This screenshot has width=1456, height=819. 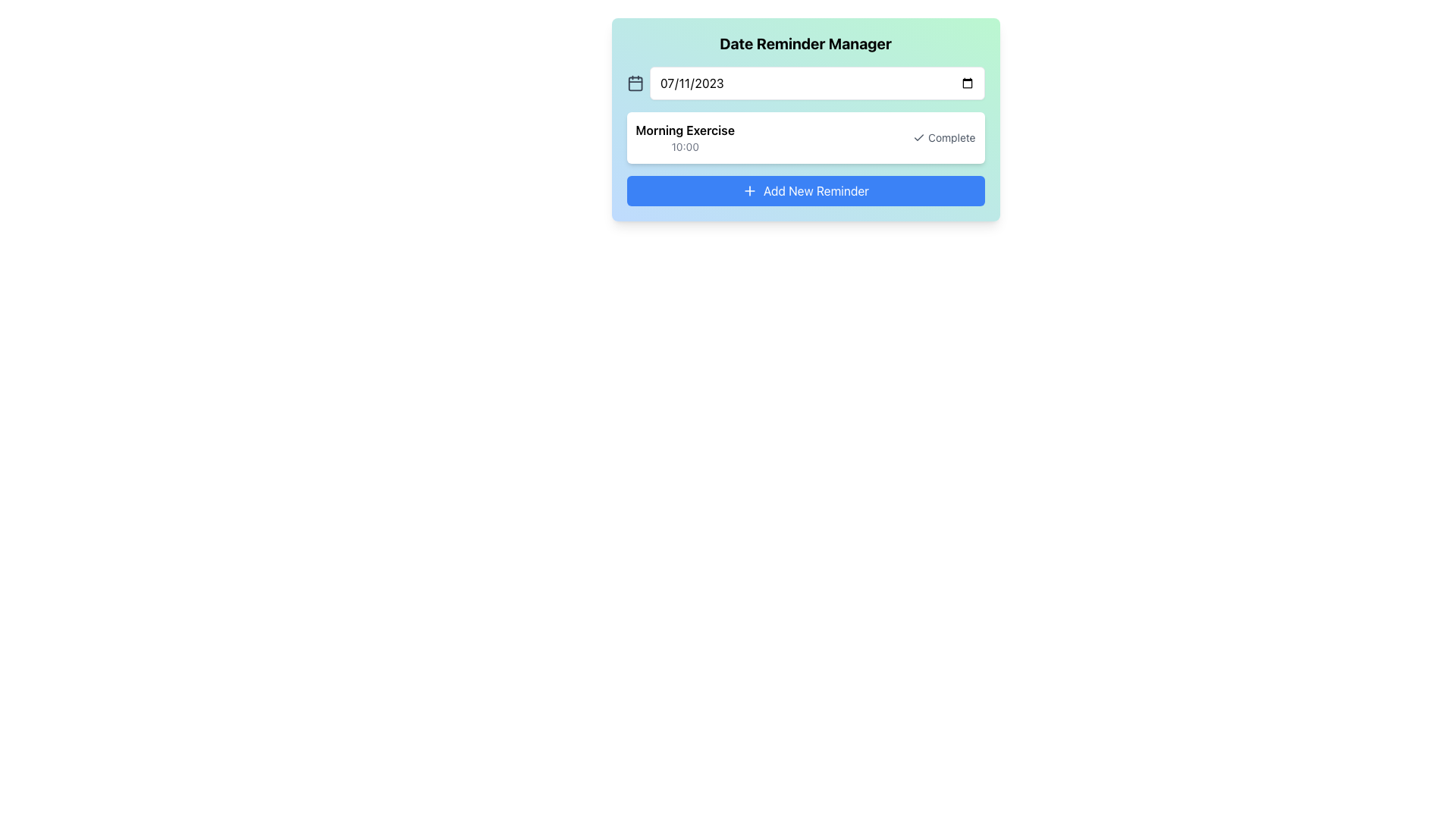 What do you see at coordinates (943, 137) in the screenshot?
I see `the button located to the right of the text 'Morning Exercise' and '10:00' to mark the task as complete` at bounding box center [943, 137].